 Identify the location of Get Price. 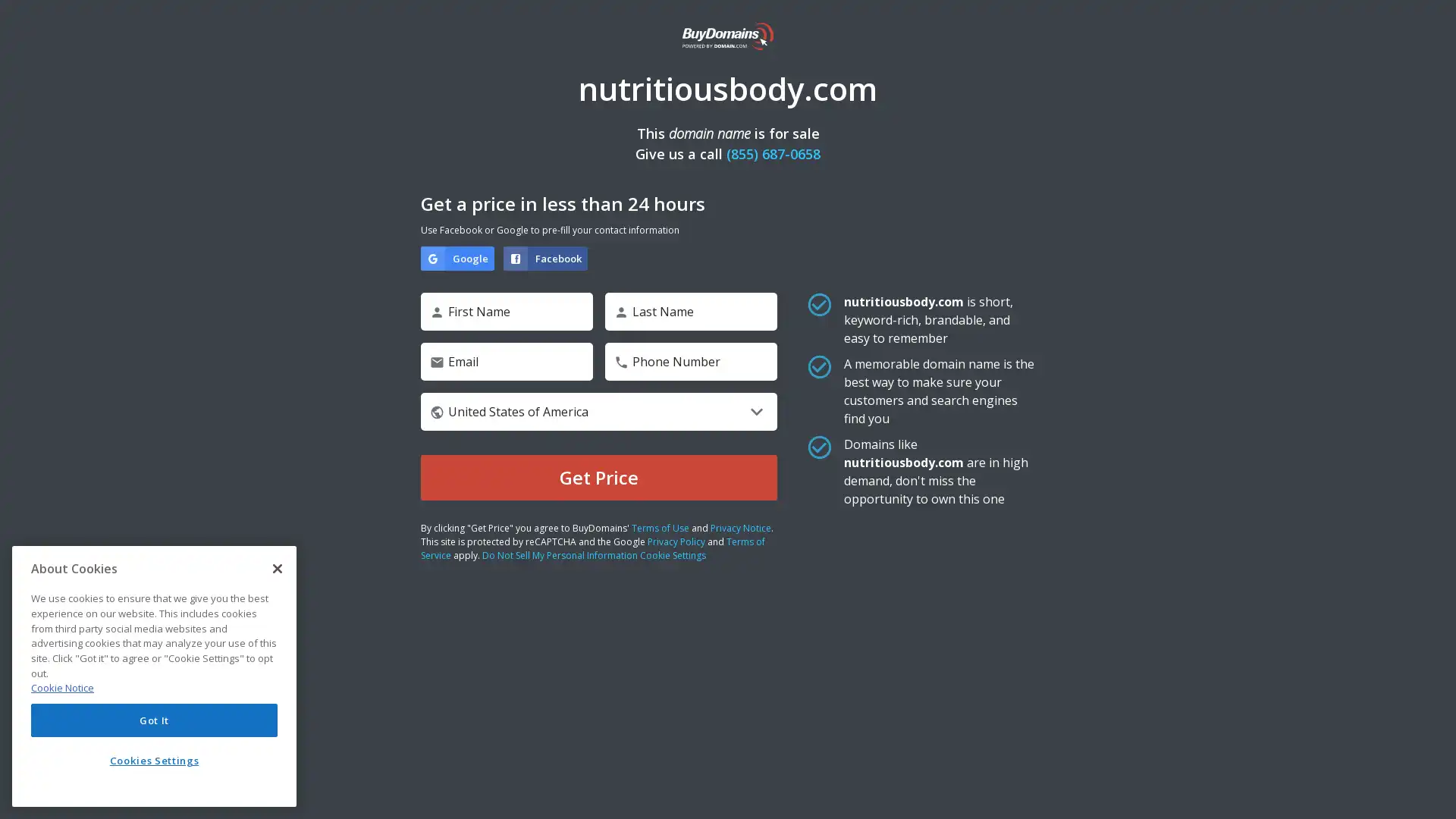
(598, 476).